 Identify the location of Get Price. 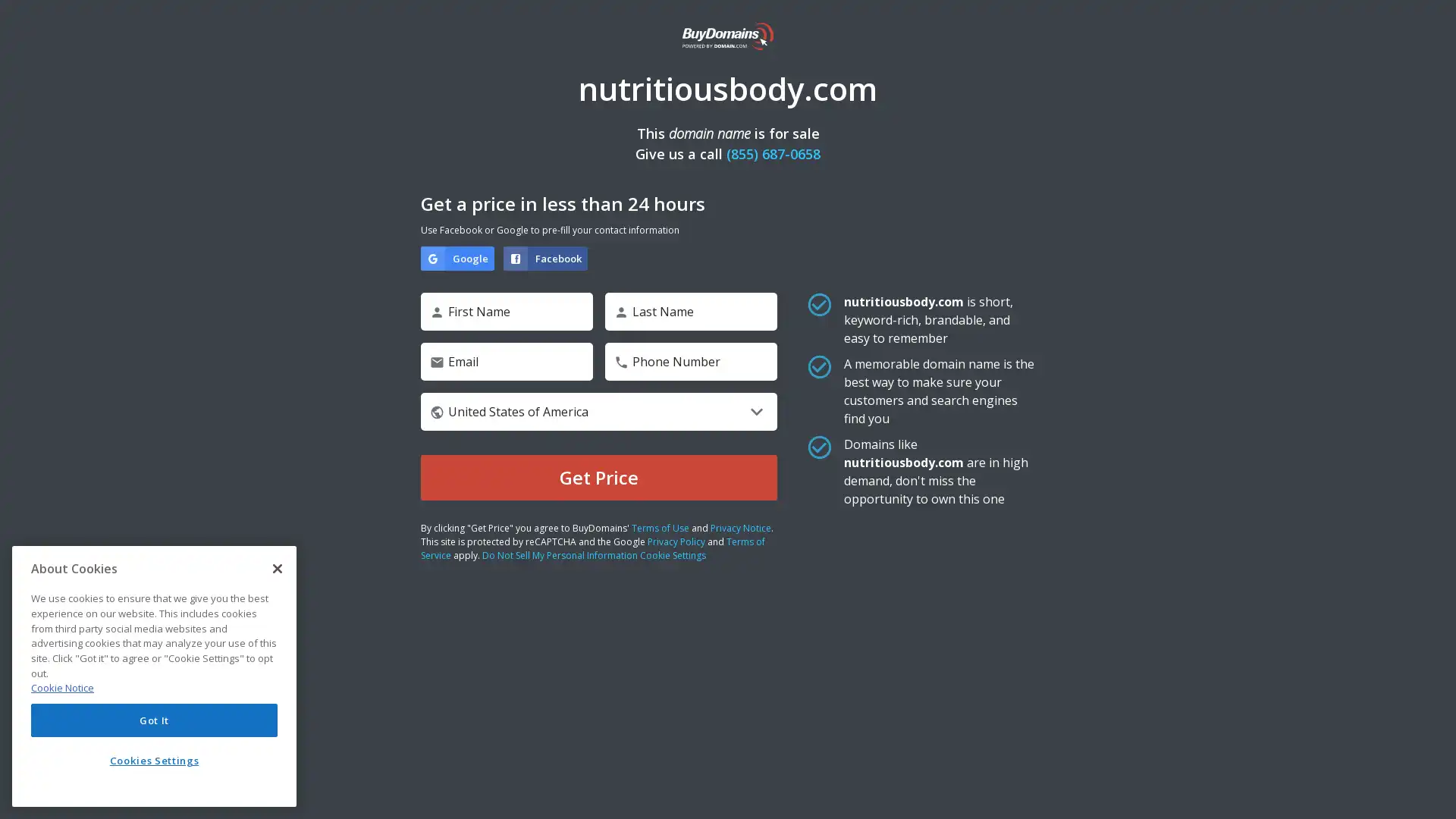
(598, 476).